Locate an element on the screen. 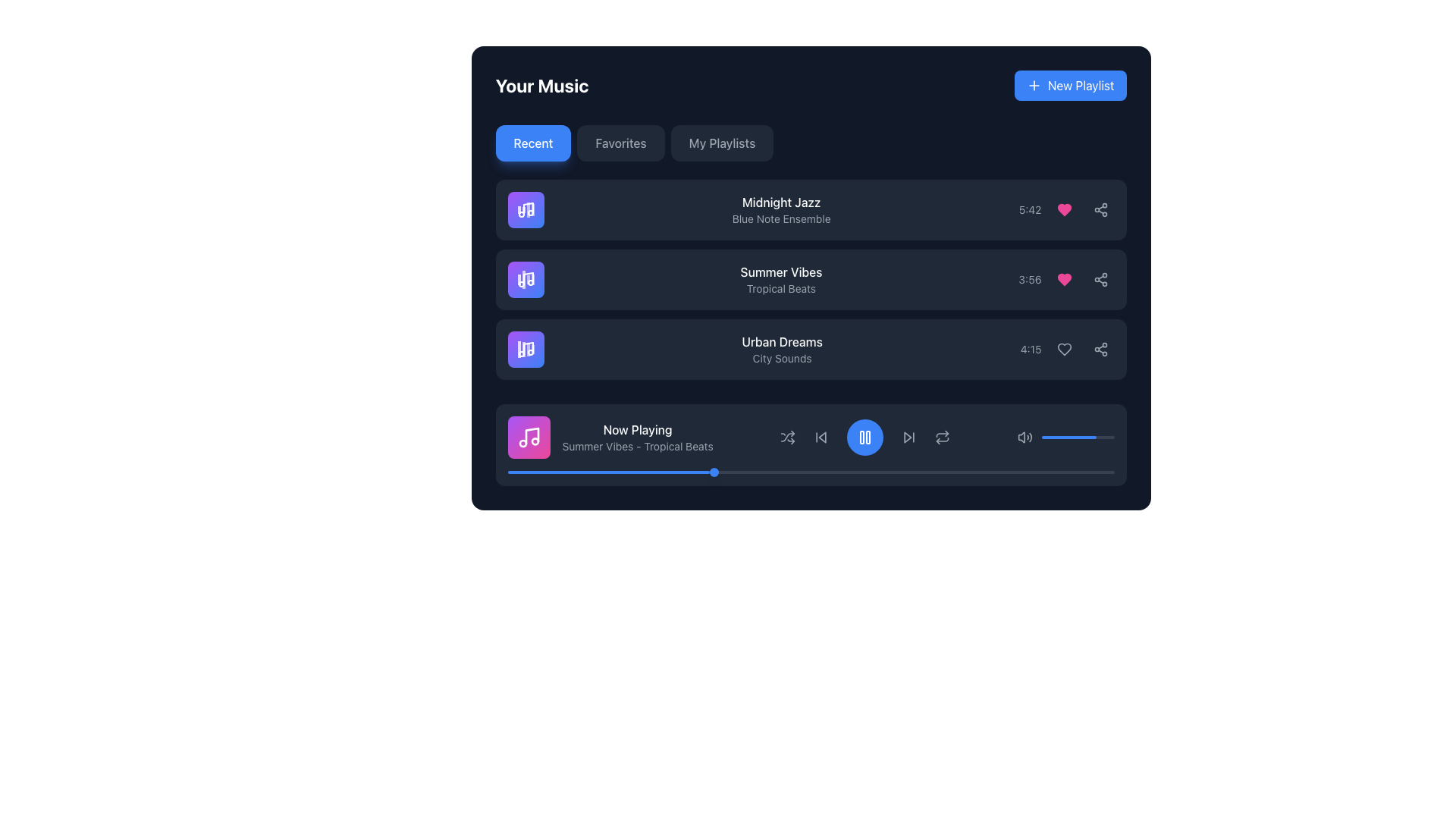 The width and height of the screenshot is (1456, 819). the animated visualization icon representing the currently playing track, which is located in a purple-to-blue gradient square above the 'Now Playing' text is located at coordinates (526, 350).